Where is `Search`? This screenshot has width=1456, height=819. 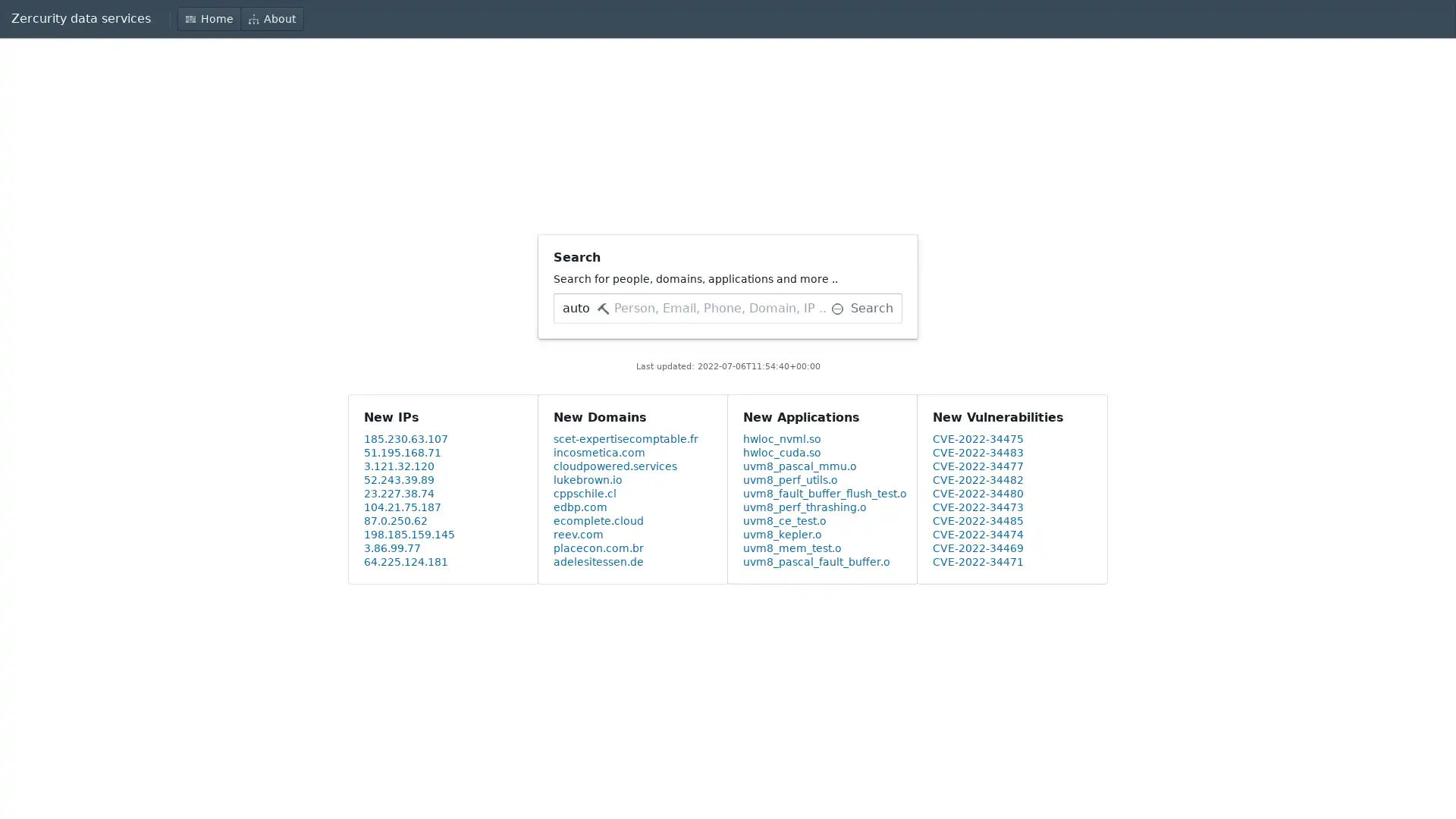
Search is located at coordinates (862, 307).